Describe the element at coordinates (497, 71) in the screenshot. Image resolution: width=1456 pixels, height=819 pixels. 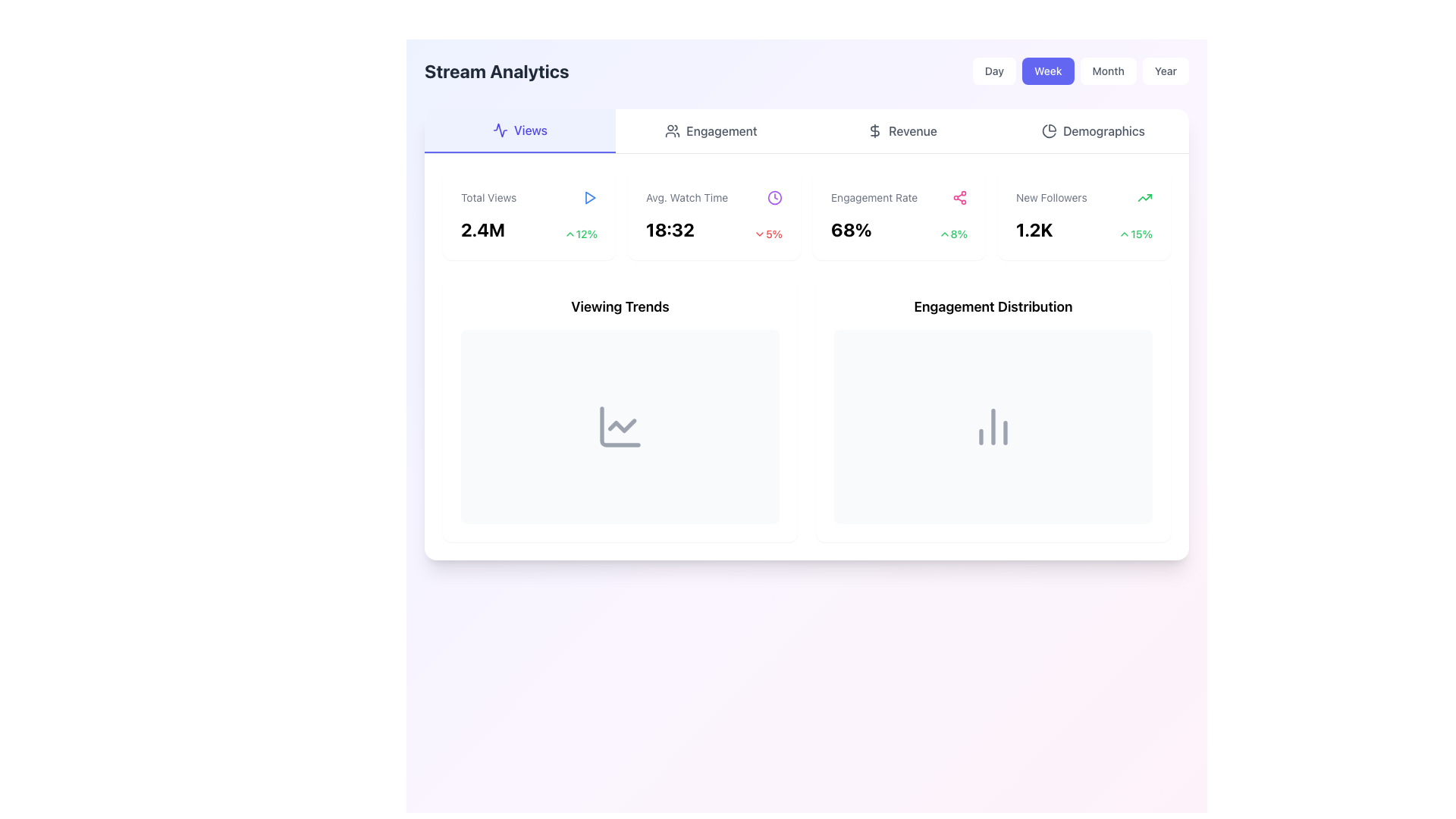
I see `the static text label used as a heading located at the top-left corner of the page, which provides context for the content below` at that location.